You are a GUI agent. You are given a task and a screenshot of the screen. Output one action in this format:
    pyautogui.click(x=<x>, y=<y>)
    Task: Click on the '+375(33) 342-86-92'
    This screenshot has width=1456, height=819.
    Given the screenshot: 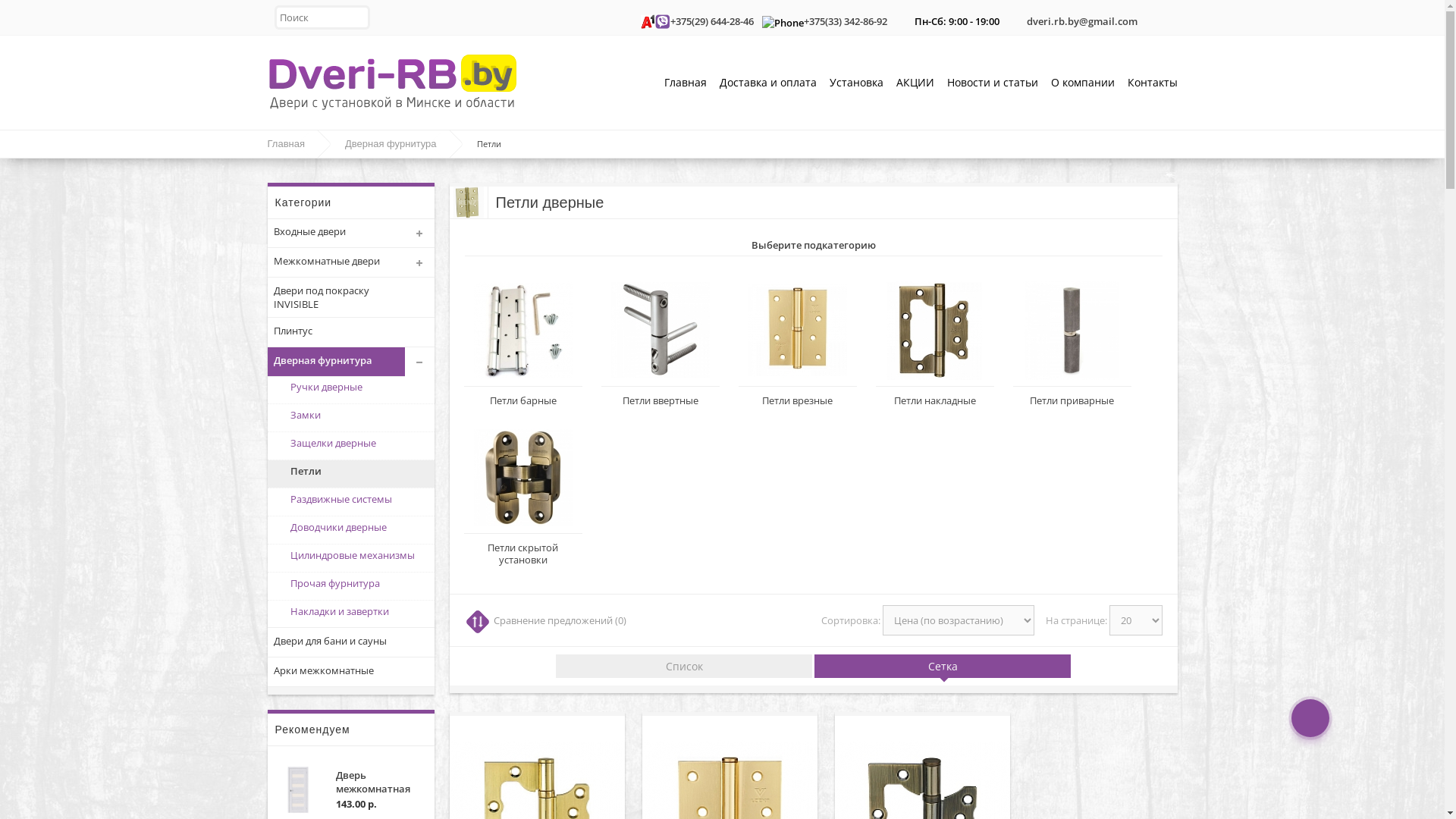 What is the action you would take?
    pyautogui.click(x=803, y=20)
    